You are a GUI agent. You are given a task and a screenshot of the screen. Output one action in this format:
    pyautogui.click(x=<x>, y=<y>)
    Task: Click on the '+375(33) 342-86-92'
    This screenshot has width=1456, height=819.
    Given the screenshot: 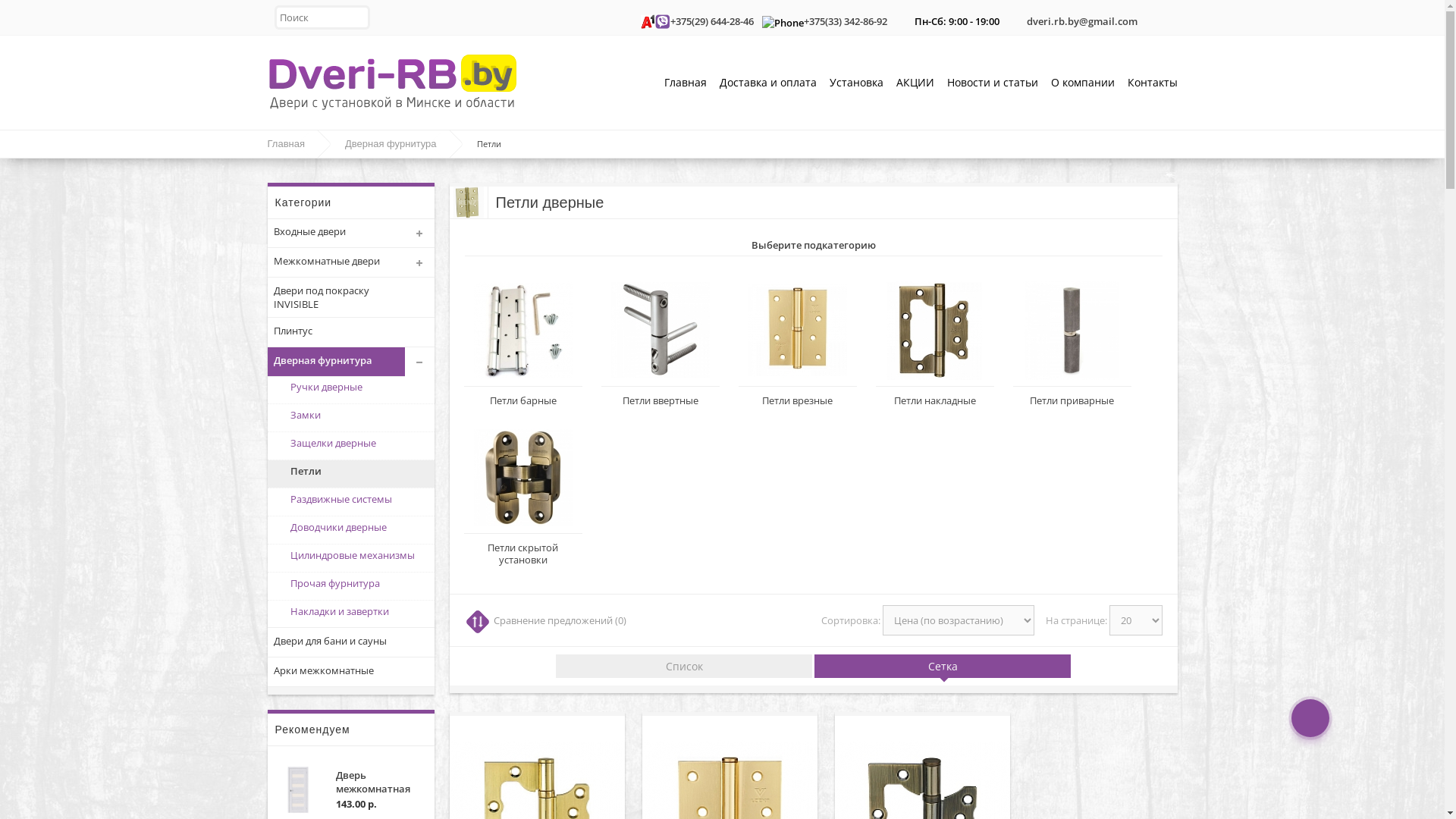 What is the action you would take?
    pyautogui.click(x=803, y=20)
    